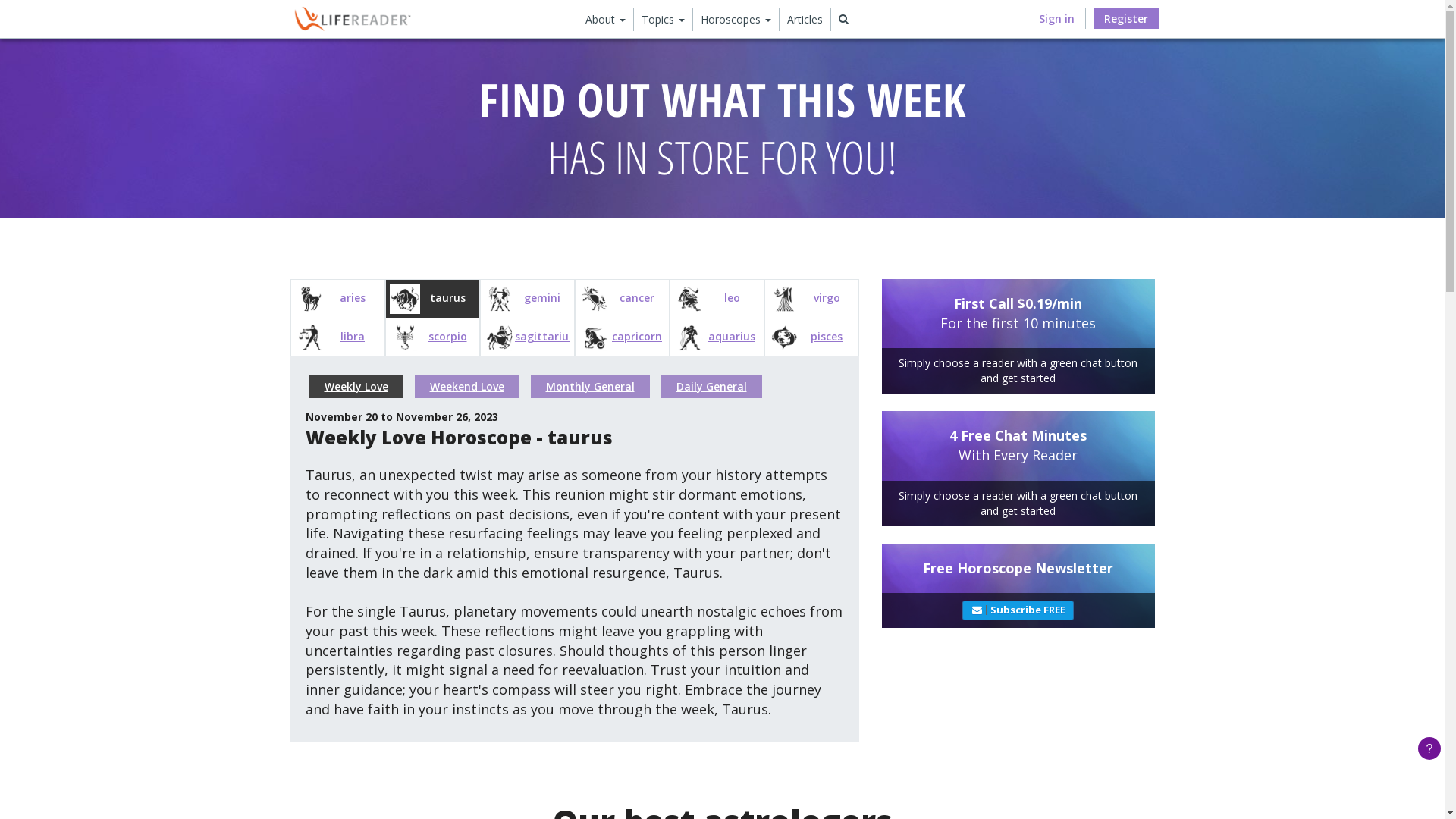 The image size is (1456, 819). I want to click on 'About', so click(604, 20).